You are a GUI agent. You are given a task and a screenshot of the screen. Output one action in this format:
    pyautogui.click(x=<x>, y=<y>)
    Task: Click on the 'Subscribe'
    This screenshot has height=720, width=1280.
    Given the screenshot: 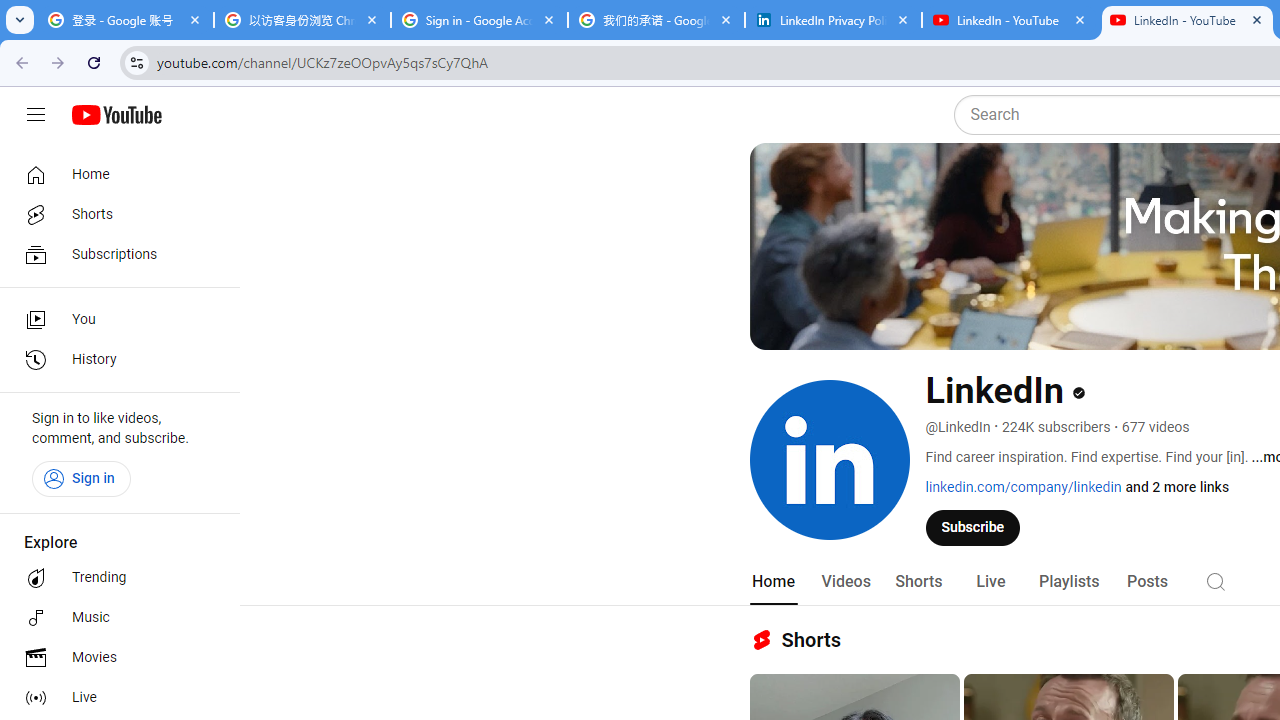 What is the action you would take?
    pyautogui.click(x=973, y=526)
    